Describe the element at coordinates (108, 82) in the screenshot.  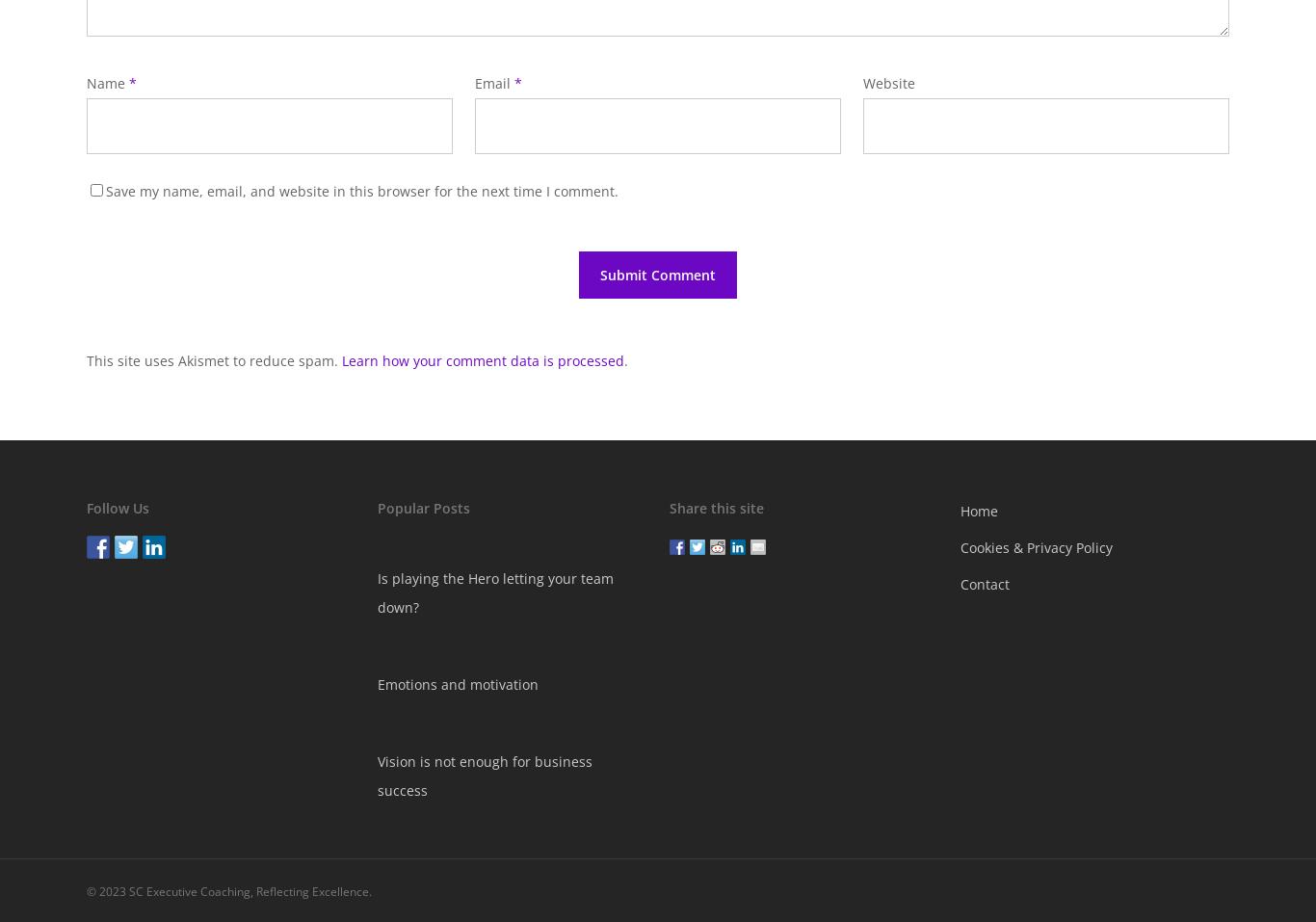
I see `'Name'` at that location.